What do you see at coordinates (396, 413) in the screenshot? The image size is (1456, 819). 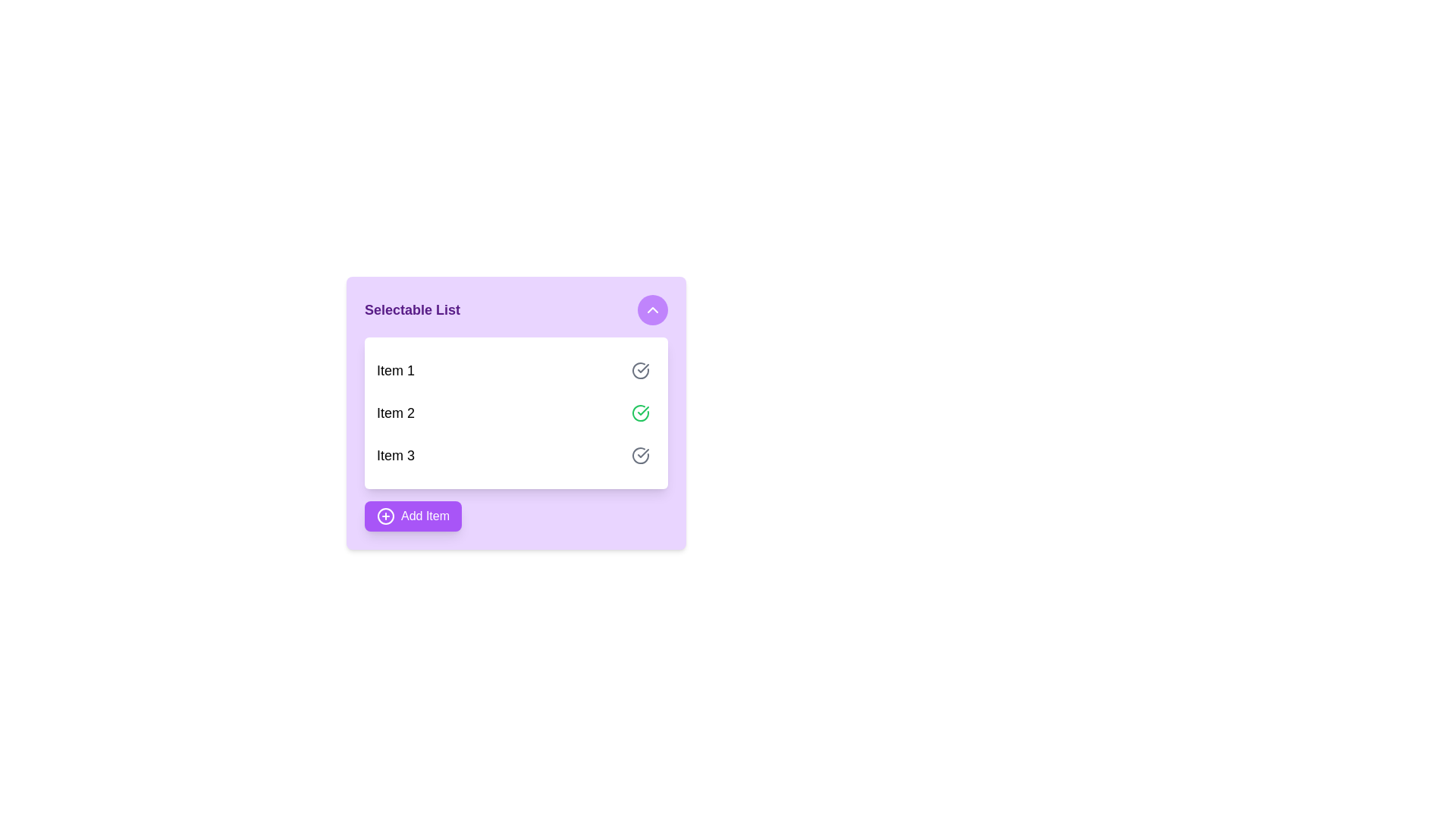 I see `the Text Label displaying 'Item 2'` at bounding box center [396, 413].